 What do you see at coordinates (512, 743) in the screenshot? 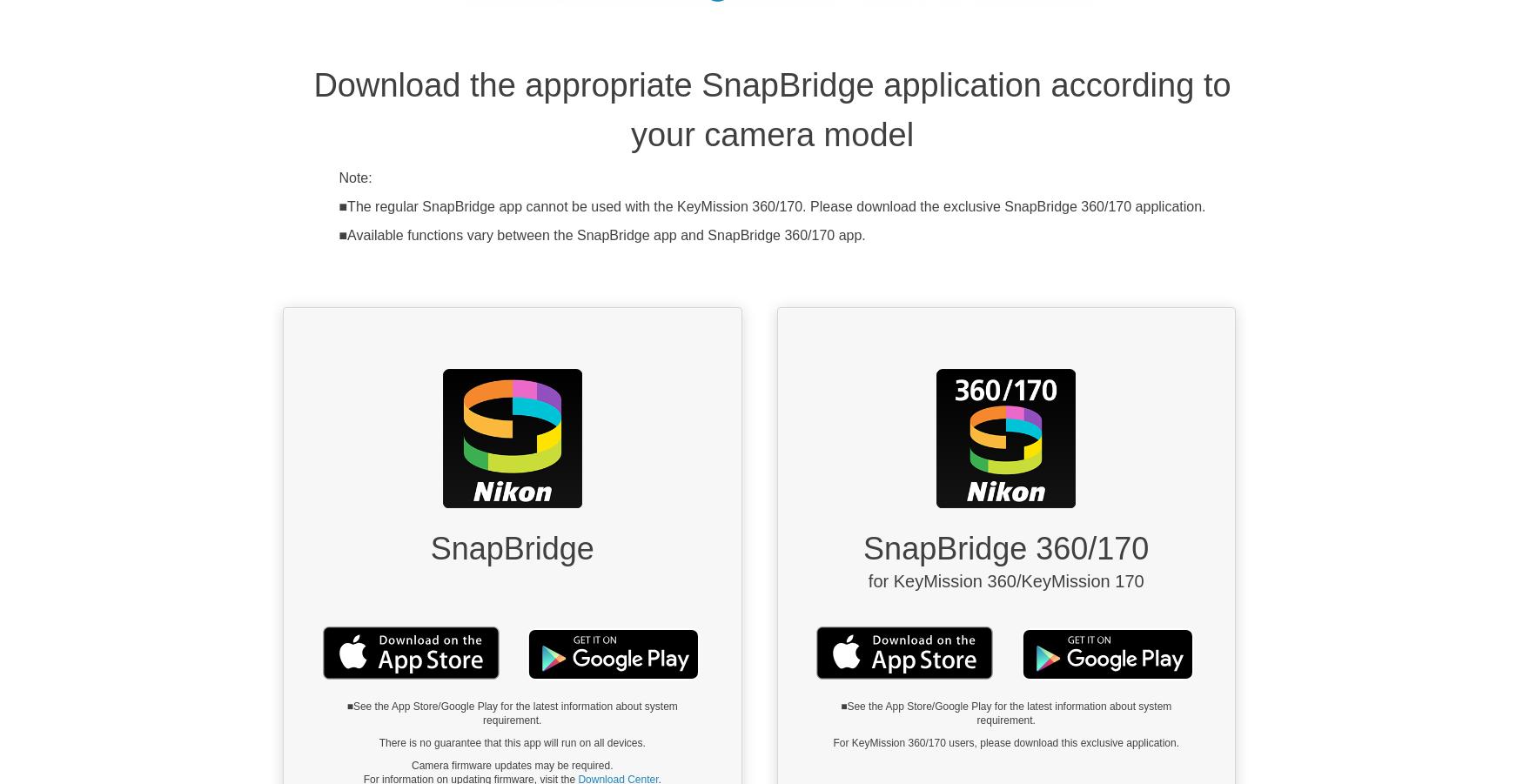
I see `'There is no guarantee that this app will run on all devices.'` at bounding box center [512, 743].